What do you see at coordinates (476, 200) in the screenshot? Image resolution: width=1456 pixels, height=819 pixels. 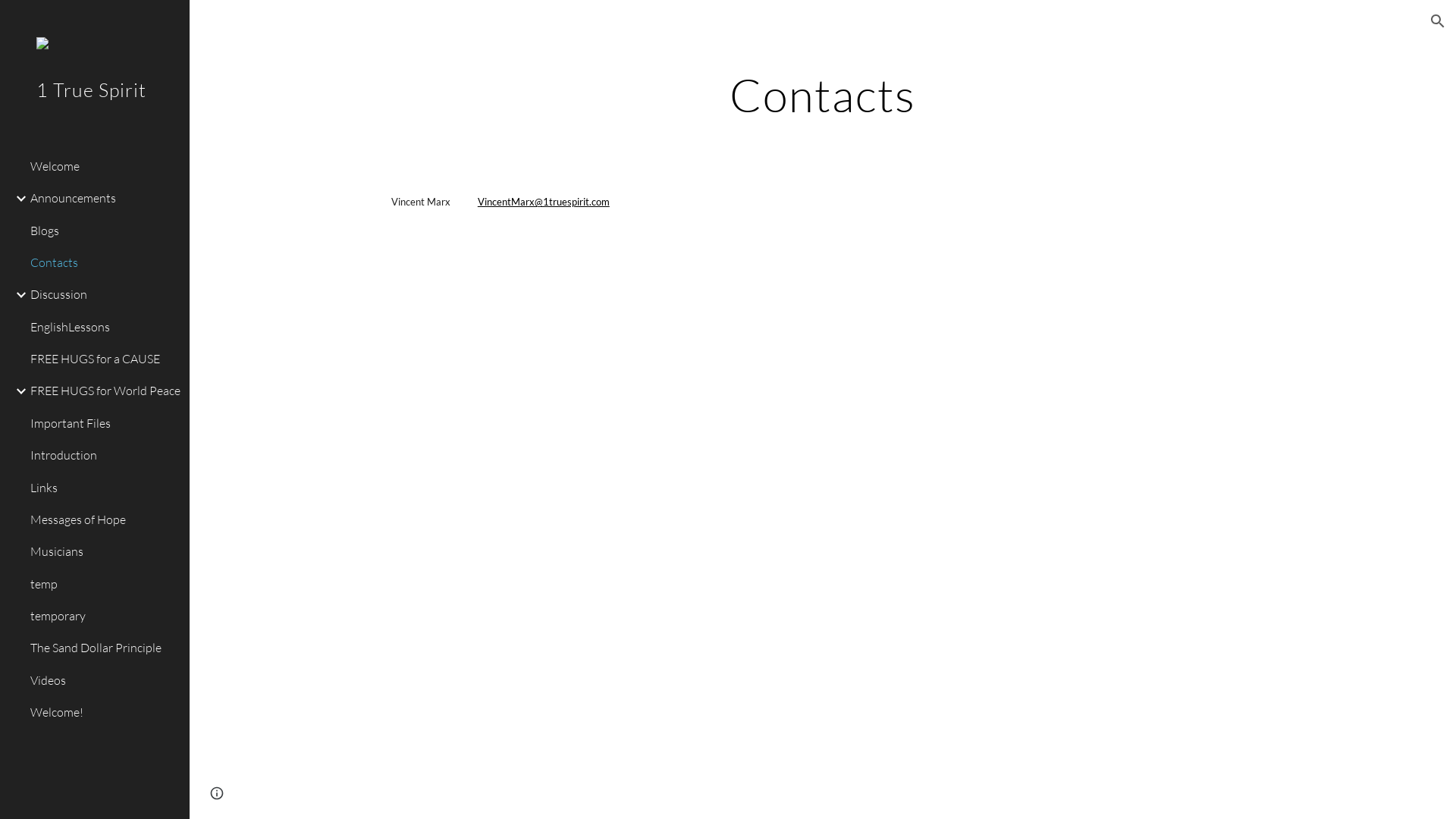 I see `'VincentMarx@1truespirit.com'` at bounding box center [476, 200].